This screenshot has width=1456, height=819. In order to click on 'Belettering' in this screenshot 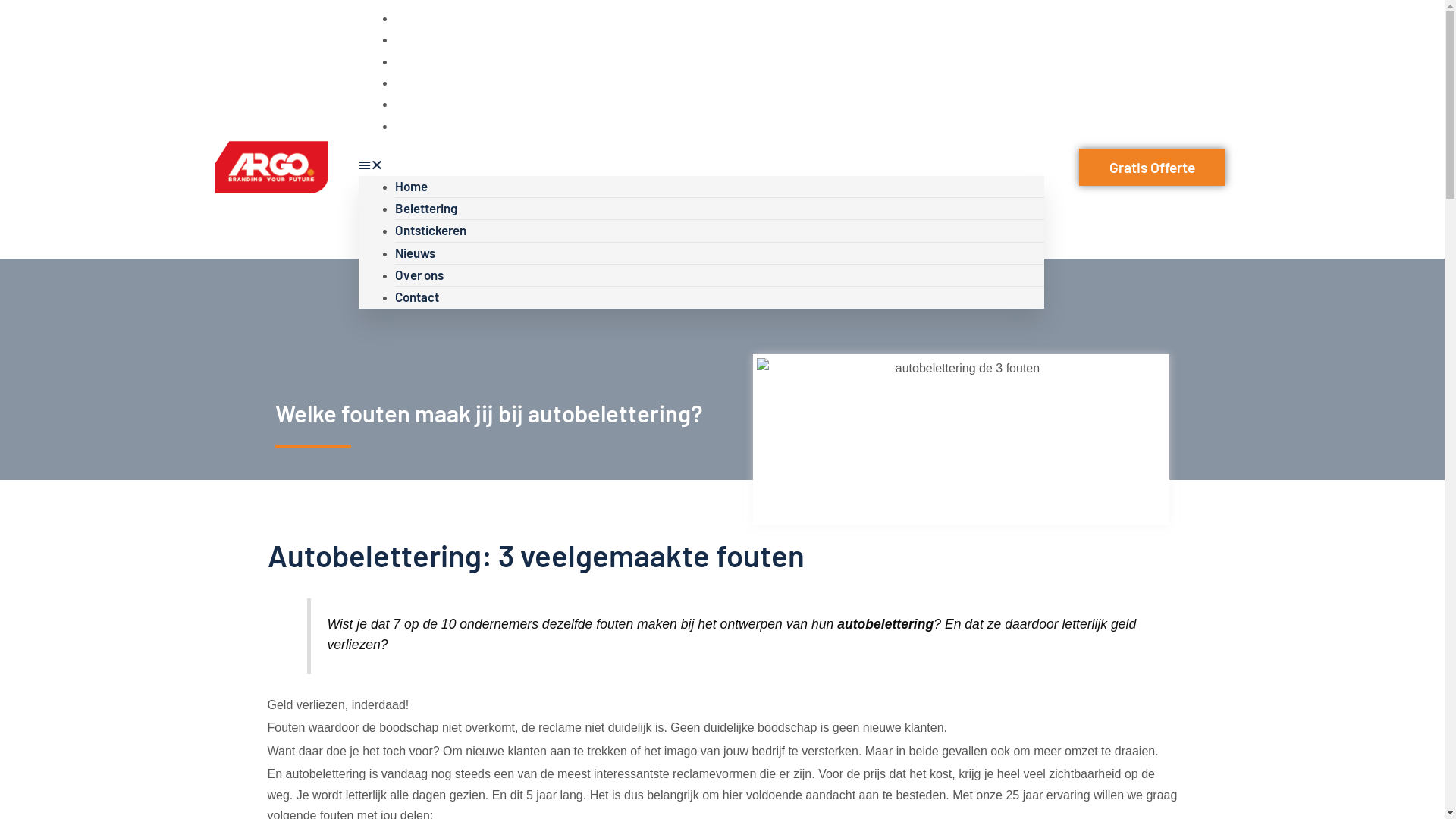, I will do `click(425, 207)`.